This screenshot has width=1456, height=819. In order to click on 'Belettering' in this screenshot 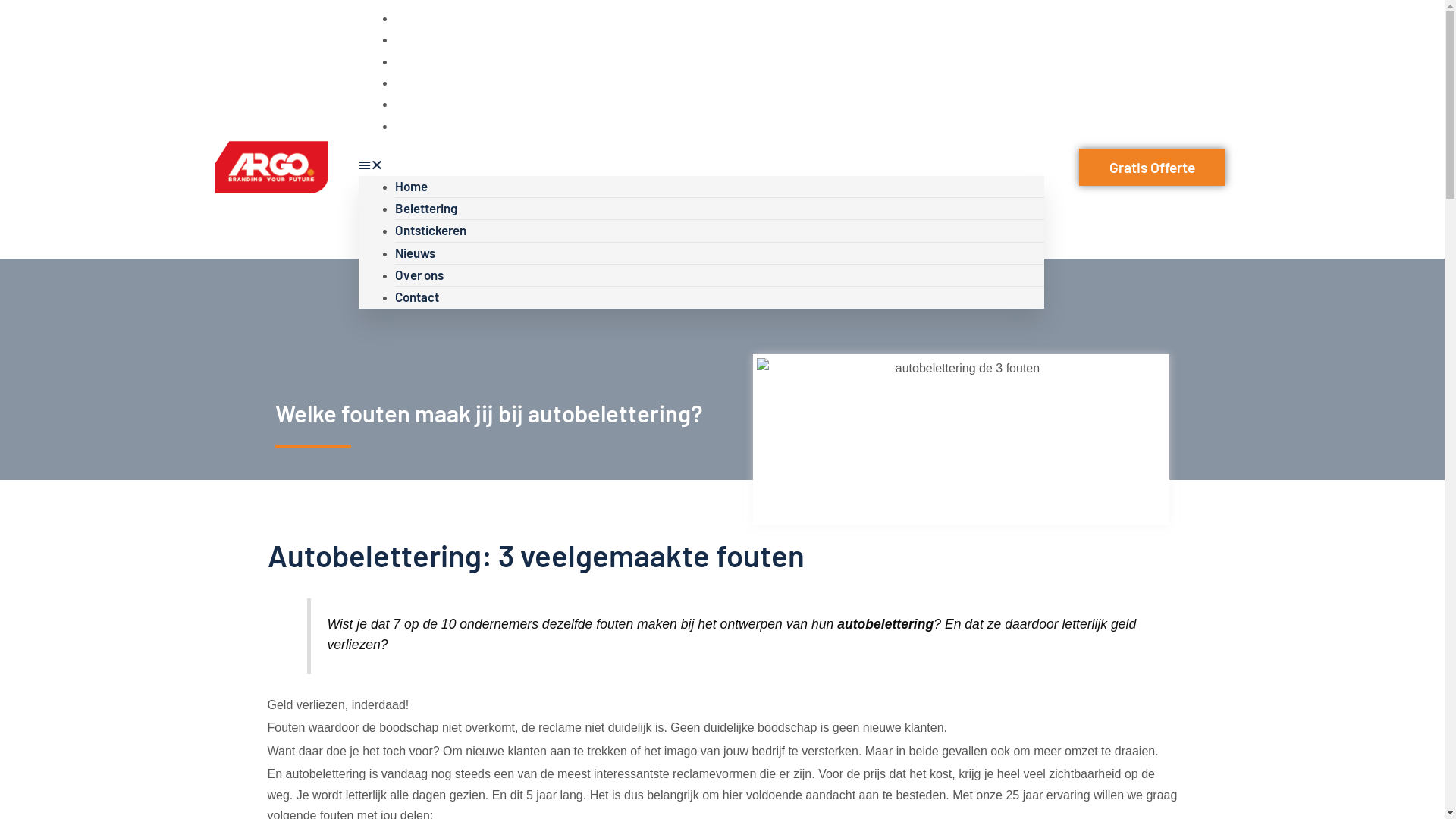, I will do `click(425, 207)`.